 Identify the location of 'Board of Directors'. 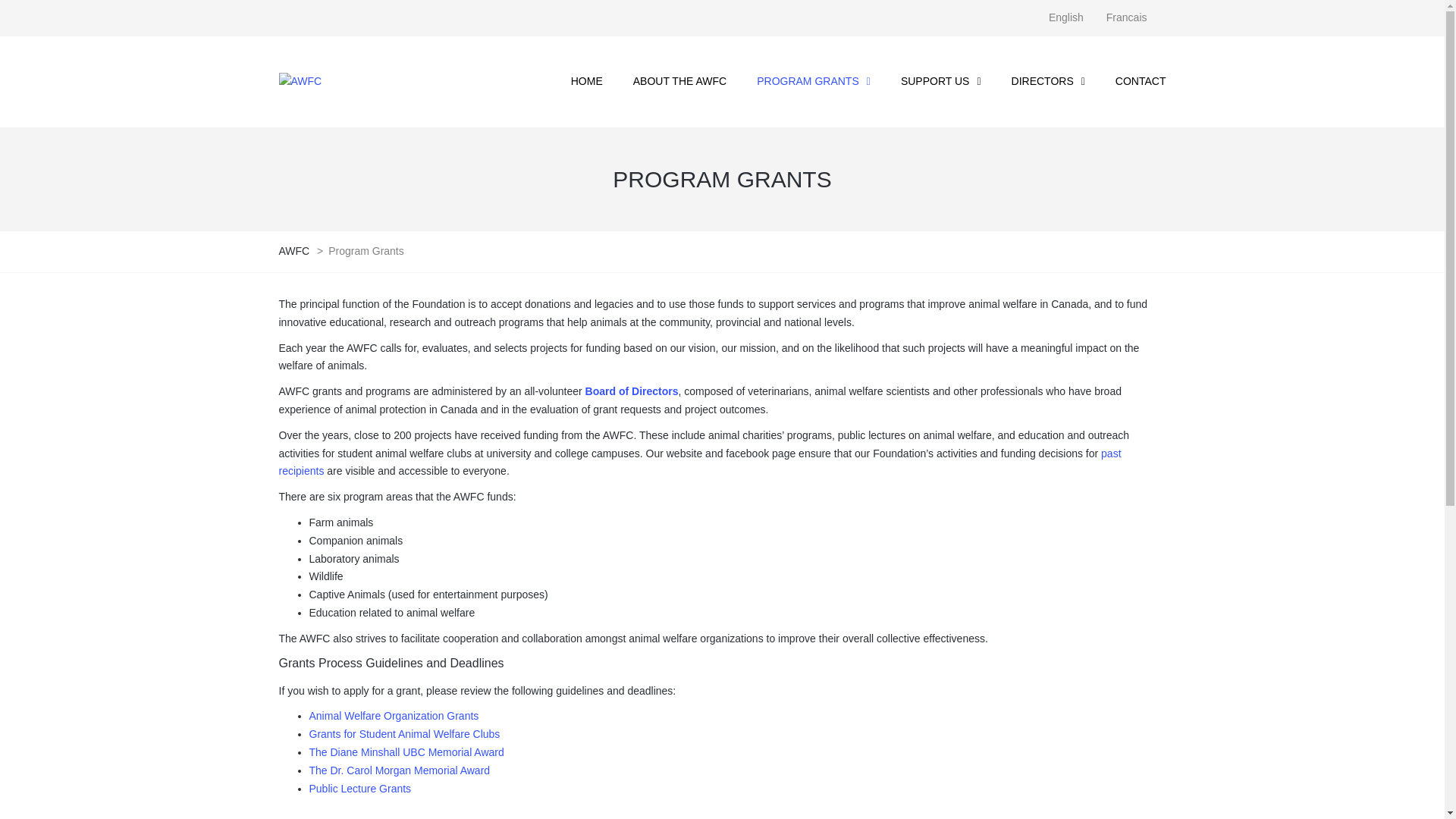
(632, 391).